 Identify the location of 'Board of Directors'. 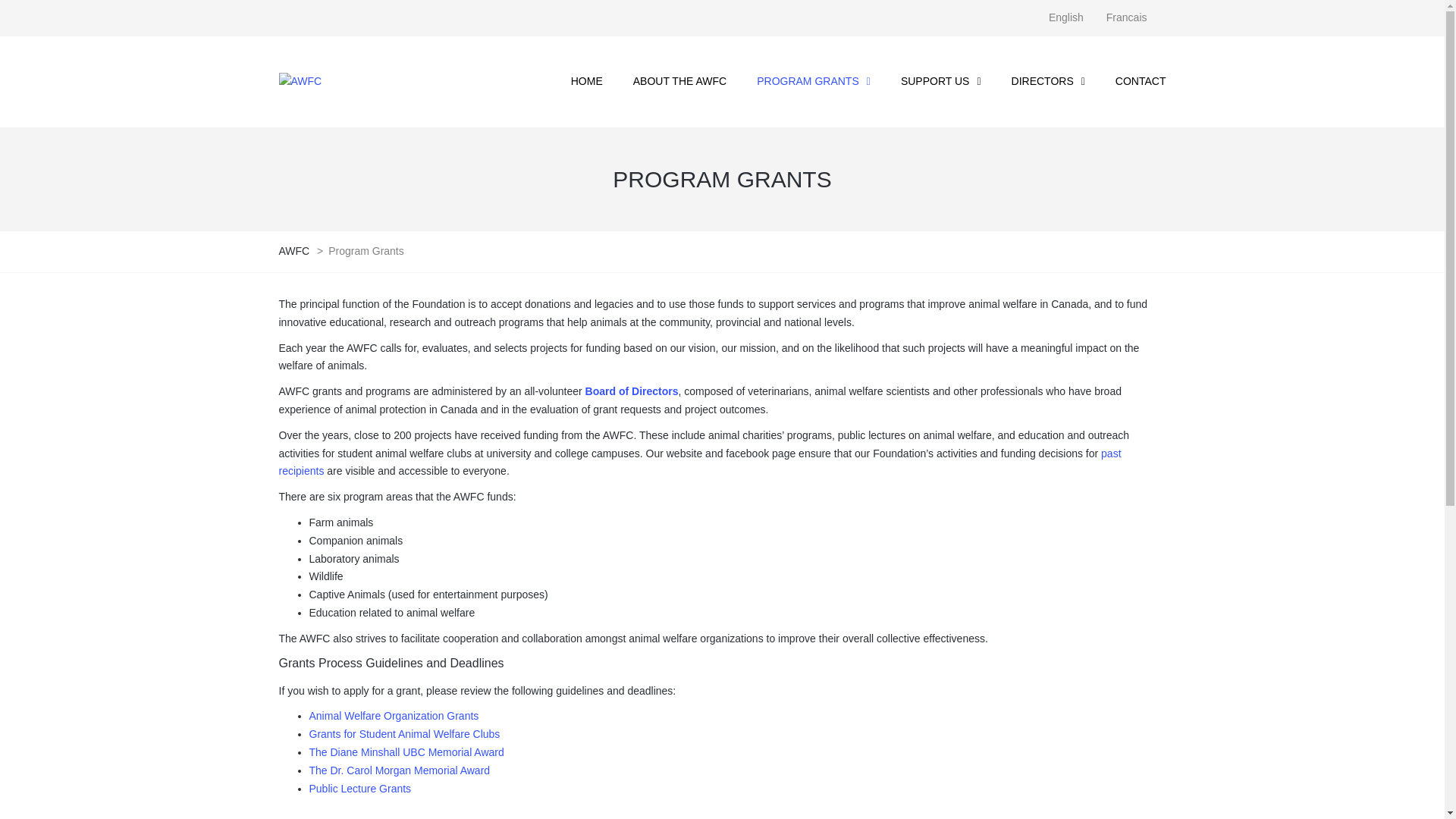
(632, 391).